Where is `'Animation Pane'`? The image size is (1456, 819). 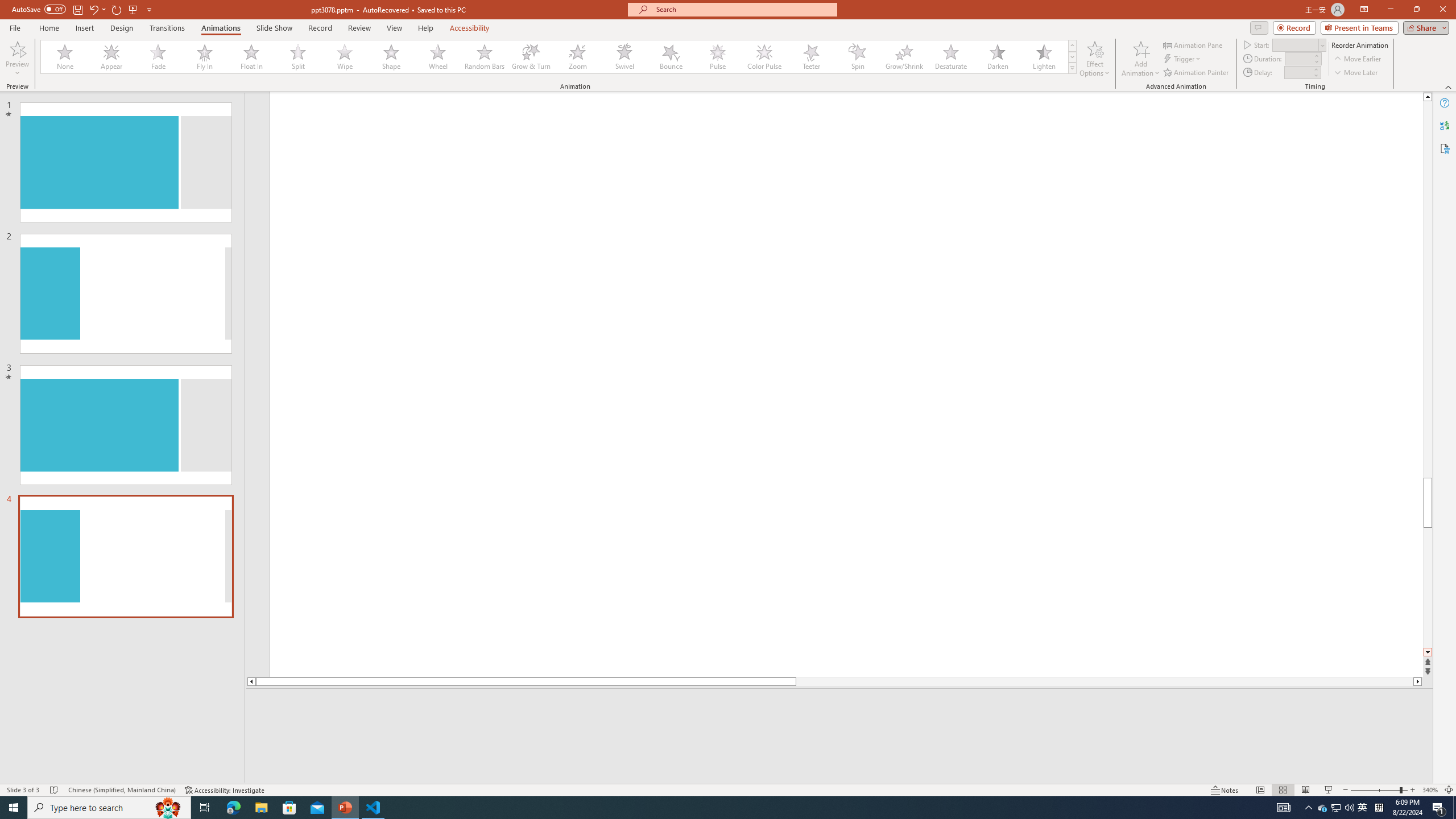
'Animation Pane' is located at coordinates (1194, 44).